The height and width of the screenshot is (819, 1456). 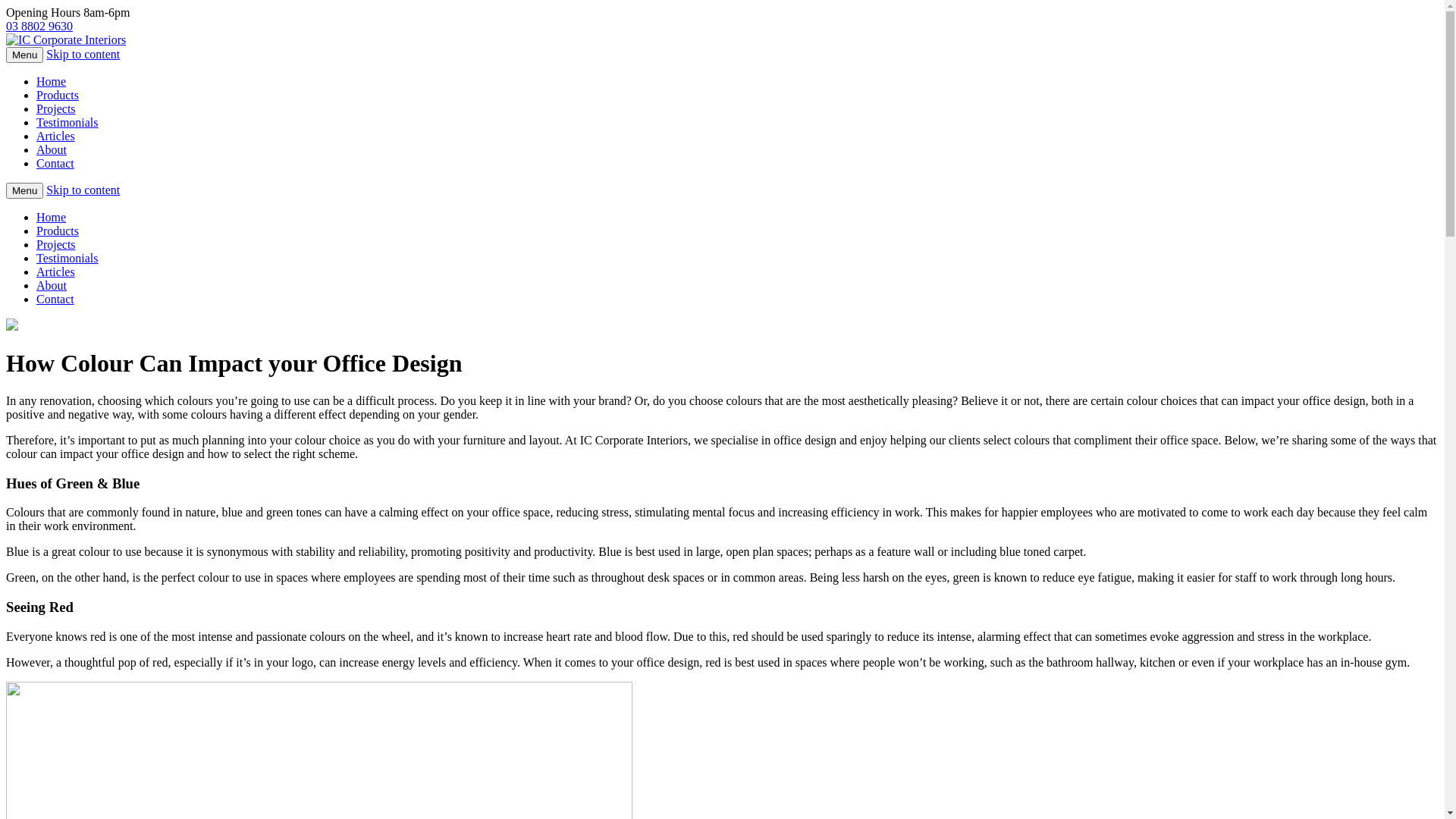 What do you see at coordinates (55, 271) in the screenshot?
I see `'Articles'` at bounding box center [55, 271].